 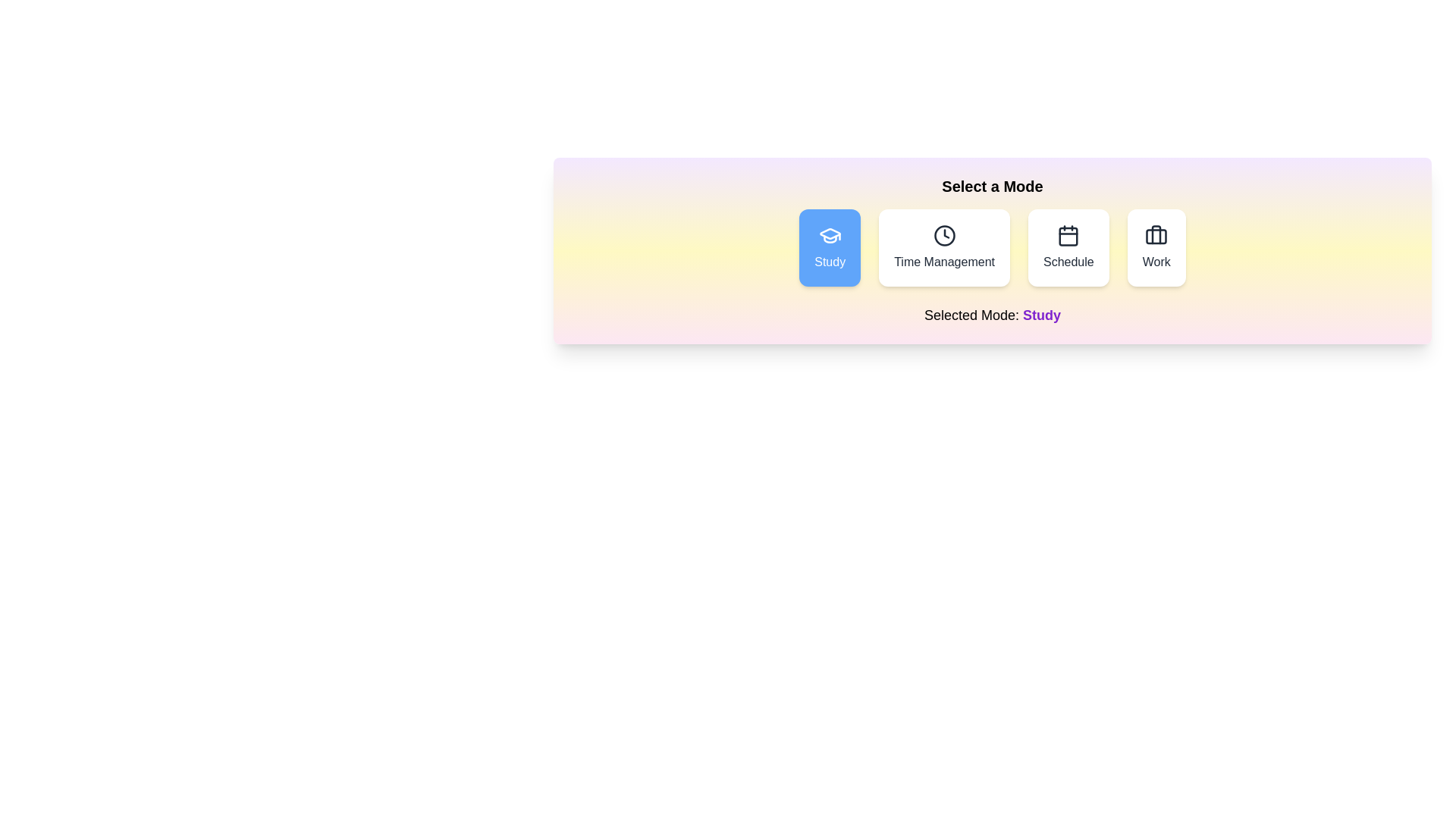 I want to click on the button labeled Schedule to observe its hover effect, so click(x=1068, y=247).